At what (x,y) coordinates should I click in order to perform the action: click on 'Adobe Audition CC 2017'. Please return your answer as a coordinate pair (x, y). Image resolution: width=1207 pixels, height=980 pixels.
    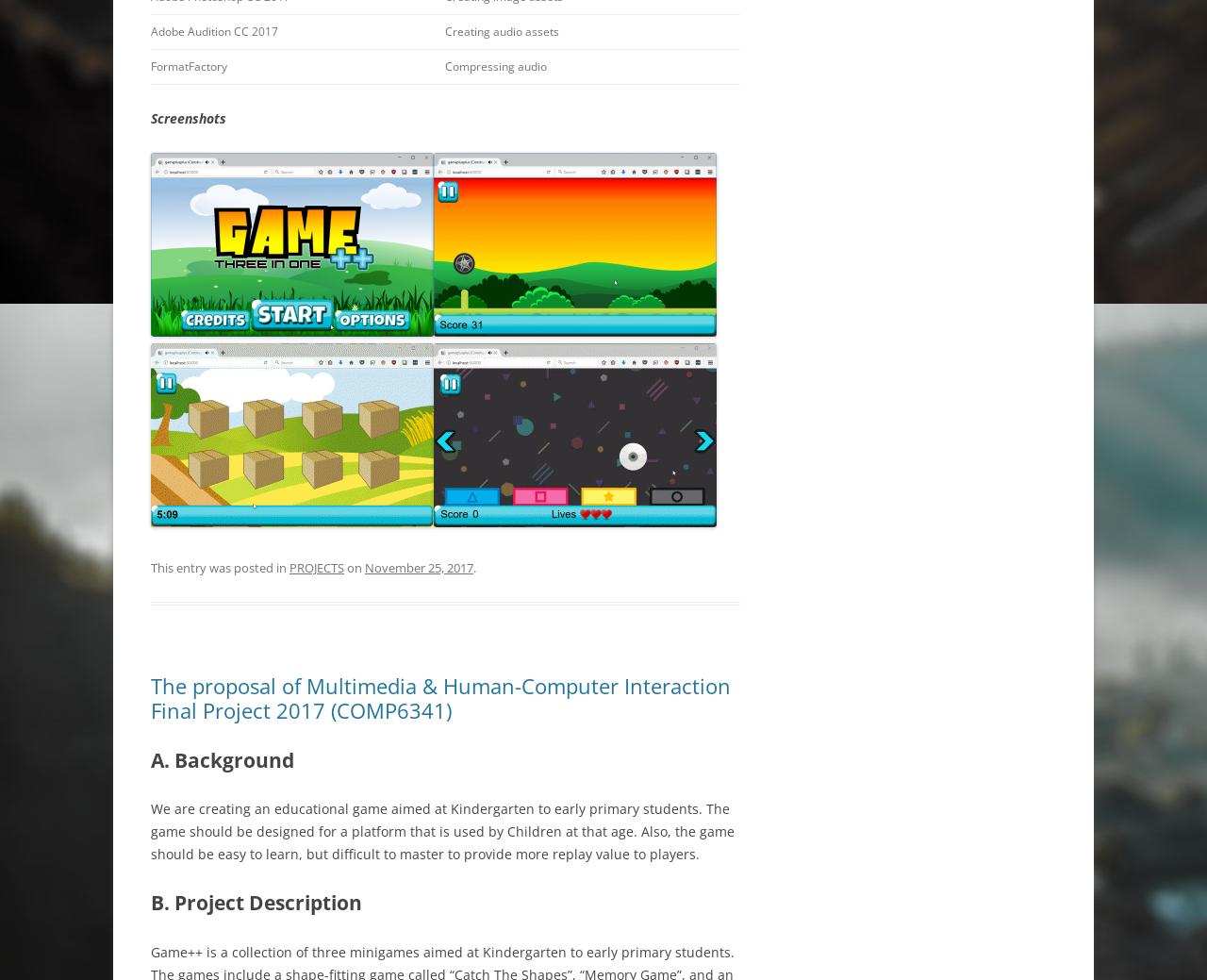
    Looking at the image, I should click on (151, 30).